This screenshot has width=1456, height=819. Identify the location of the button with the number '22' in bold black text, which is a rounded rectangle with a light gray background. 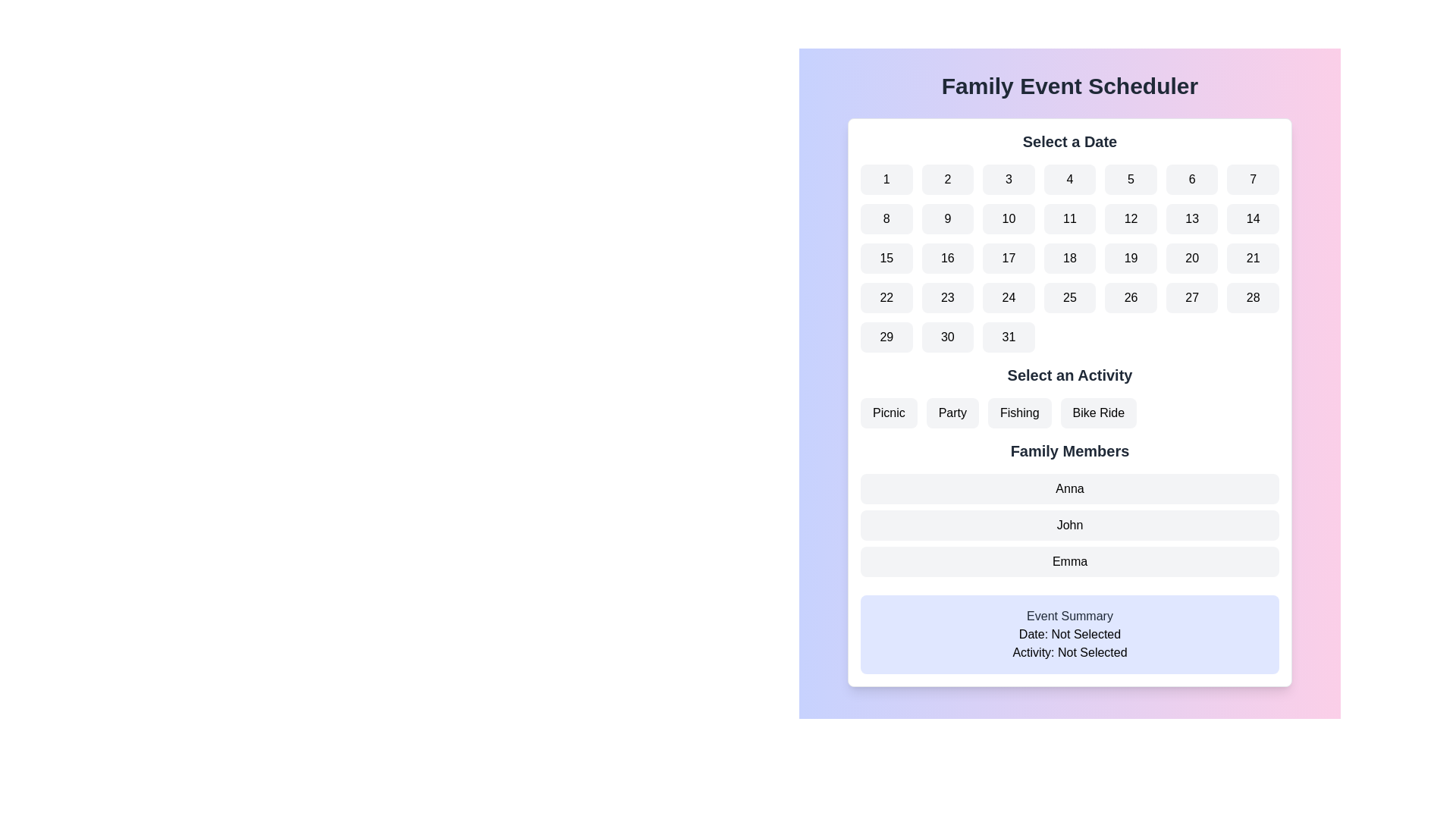
(886, 298).